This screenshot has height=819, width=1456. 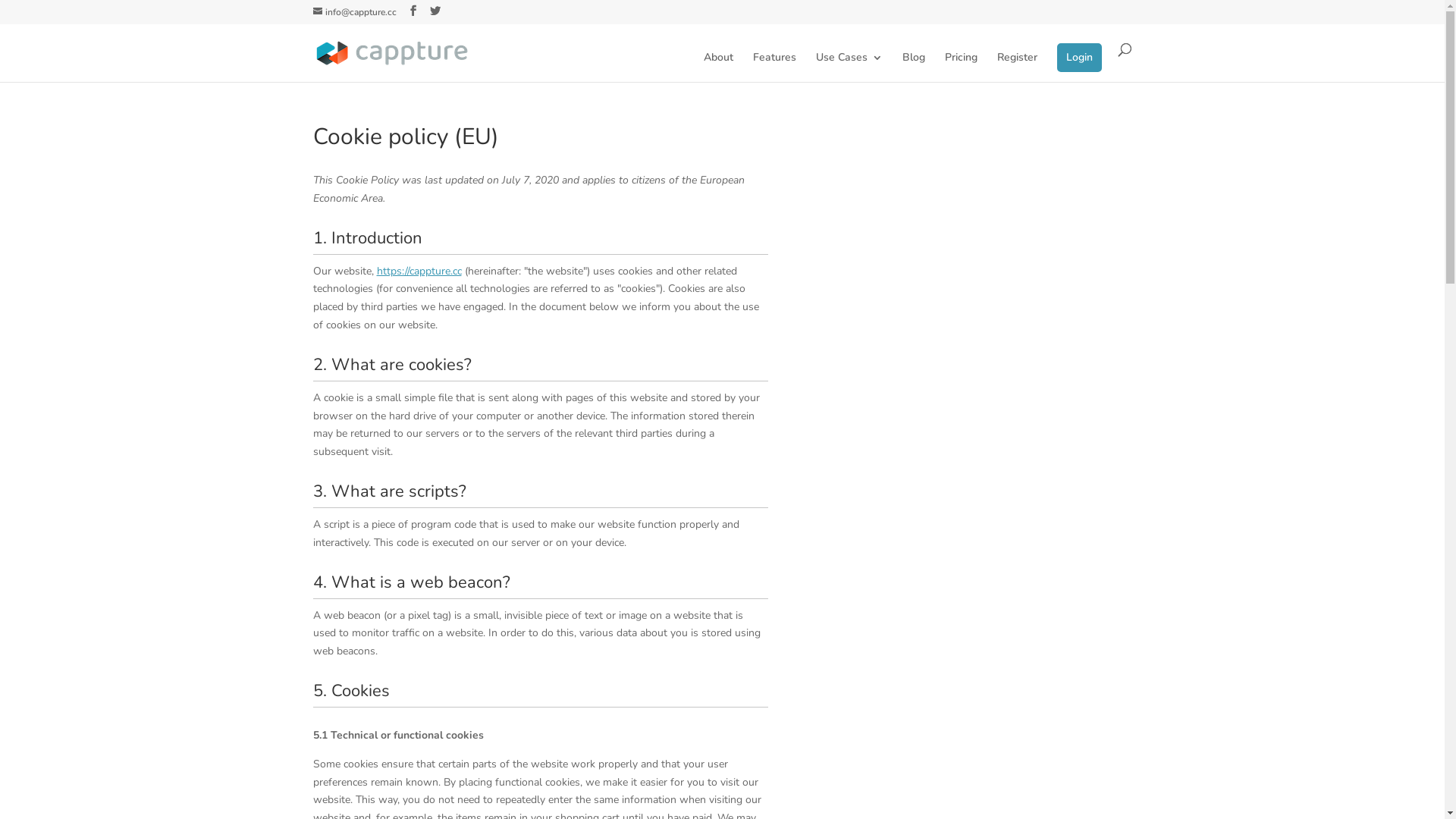 What do you see at coordinates (912, 66) in the screenshot?
I see `'Blog'` at bounding box center [912, 66].